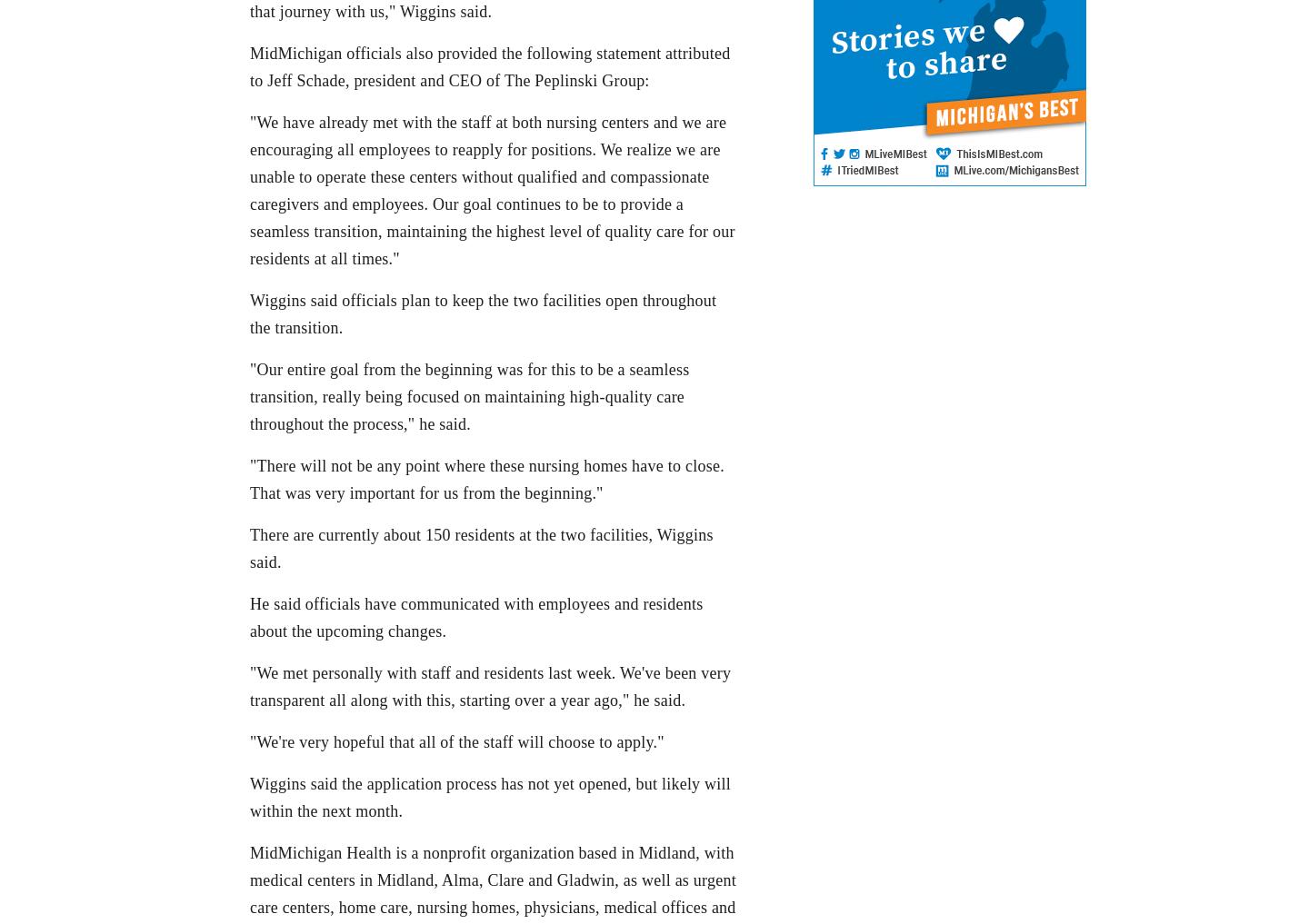 The image size is (1309, 924). I want to click on '"Our entire goal from the beginning was for this to be a seamless transition, really being focused on maintaining high-quality care throughout the process," he said.', so click(249, 395).